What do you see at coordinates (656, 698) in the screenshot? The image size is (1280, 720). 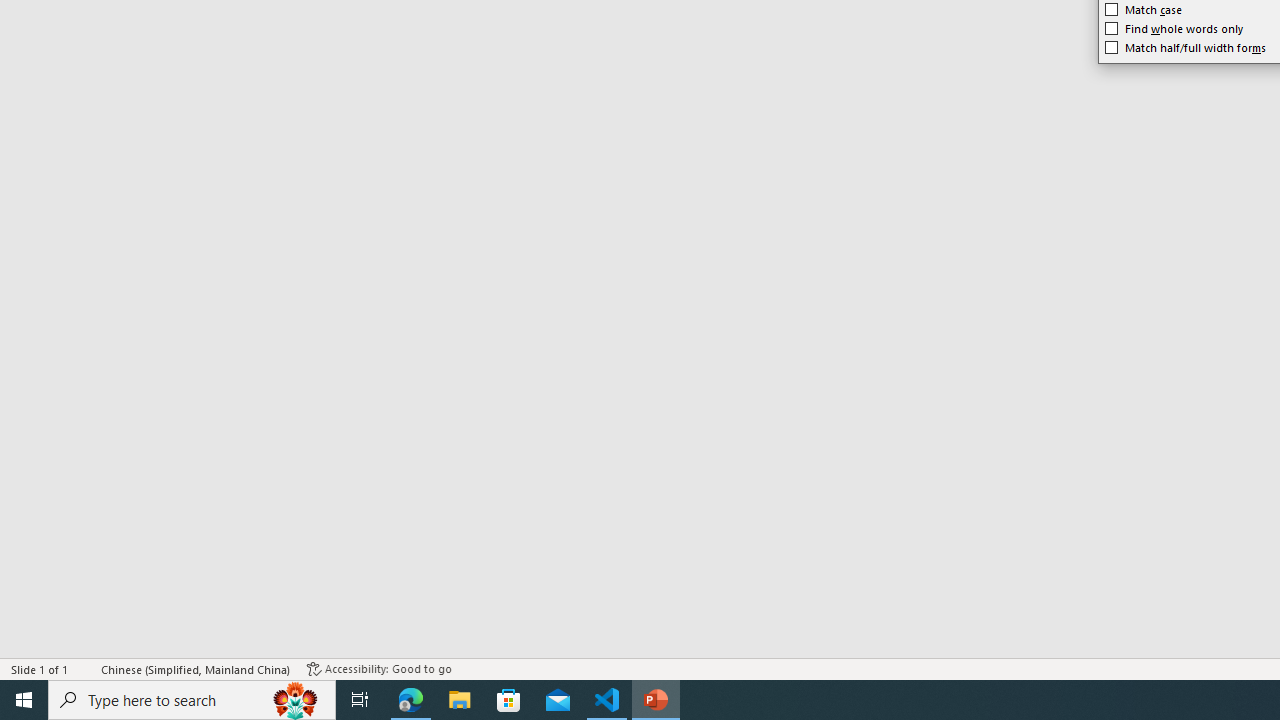 I see `'PowerPoint - 1 running window'` at bounding box center [656, 698].